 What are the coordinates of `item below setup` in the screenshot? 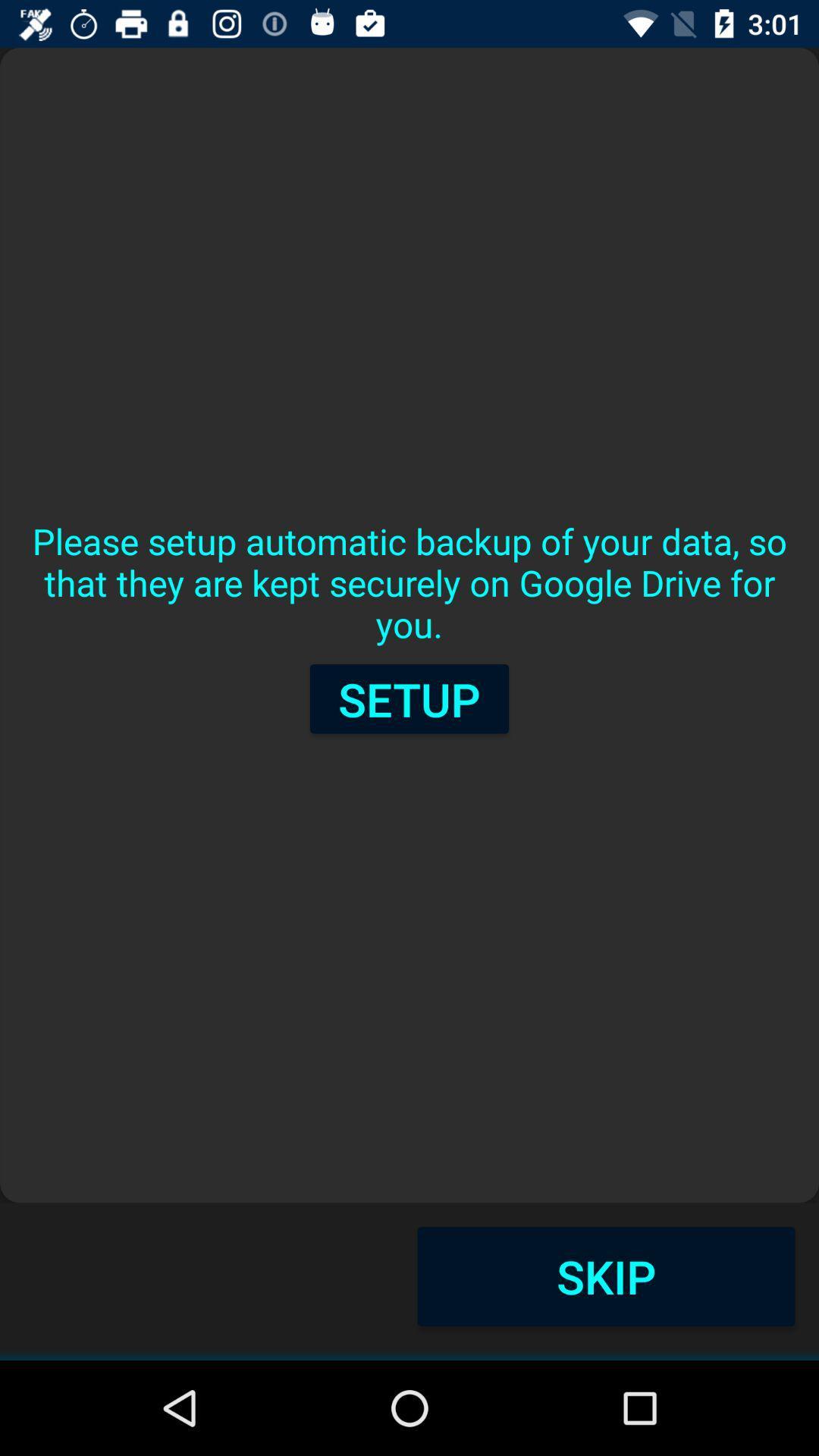 It's located at (605, 1276).